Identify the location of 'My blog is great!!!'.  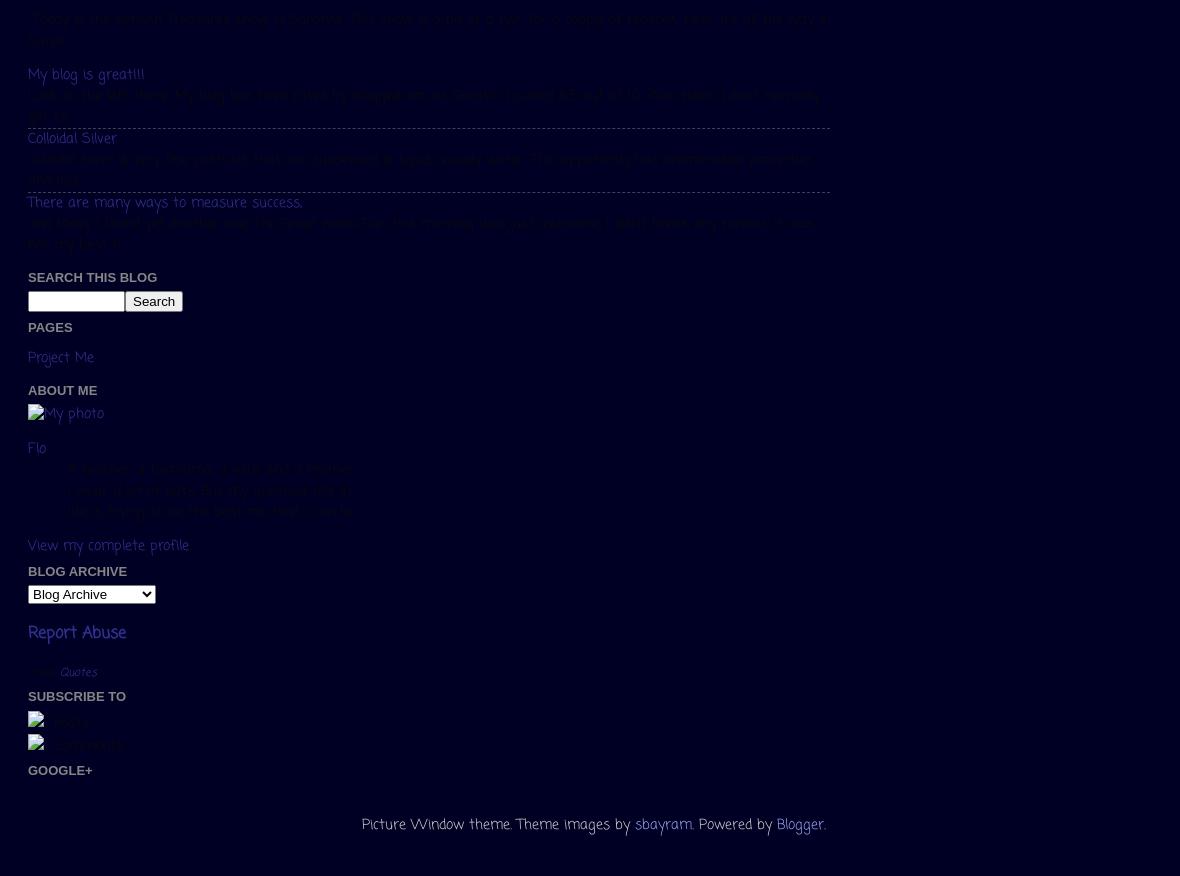
(85, 75).